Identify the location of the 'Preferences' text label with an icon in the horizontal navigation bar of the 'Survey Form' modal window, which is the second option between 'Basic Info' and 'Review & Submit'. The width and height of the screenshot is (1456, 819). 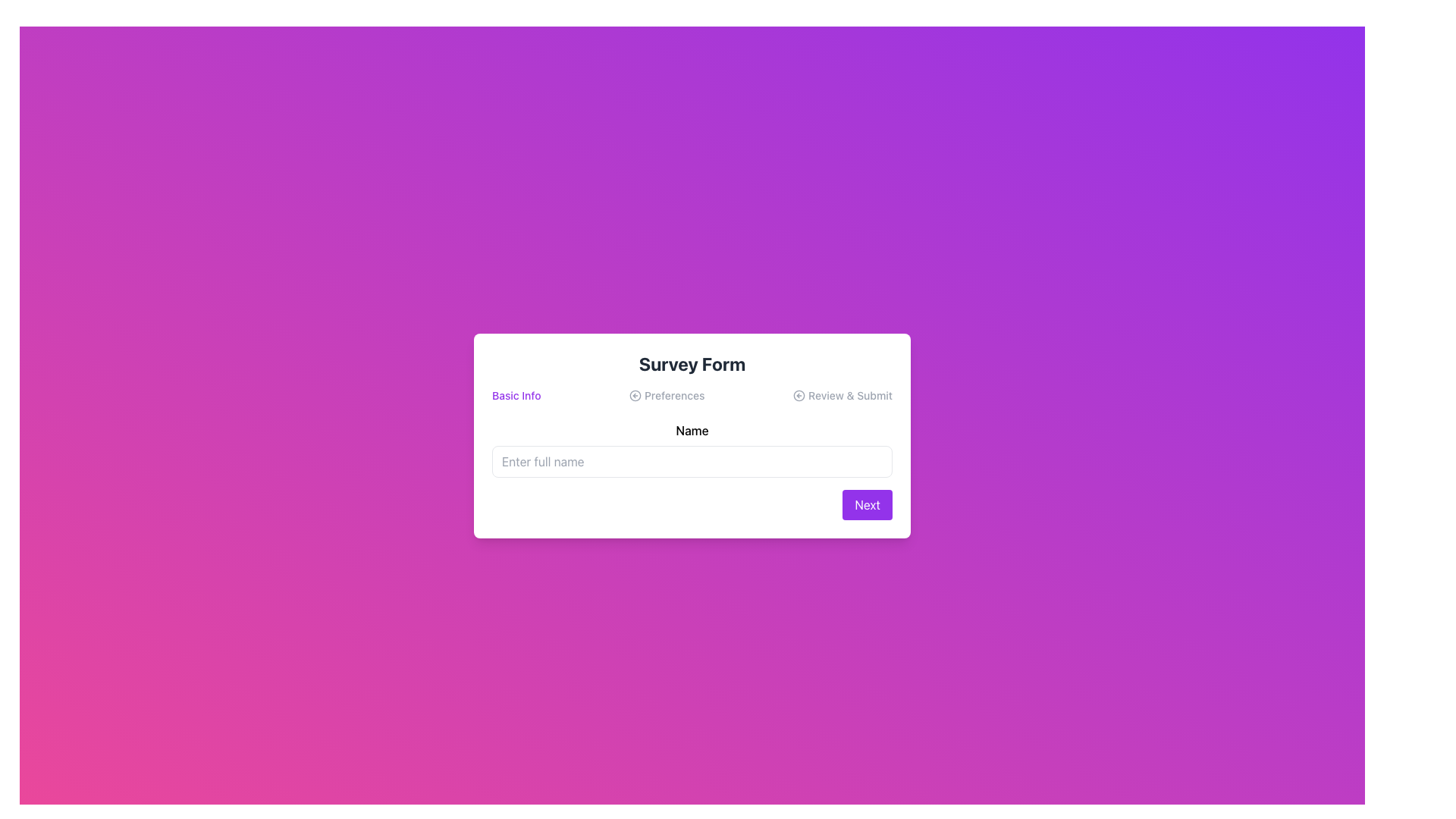
(667, 394).